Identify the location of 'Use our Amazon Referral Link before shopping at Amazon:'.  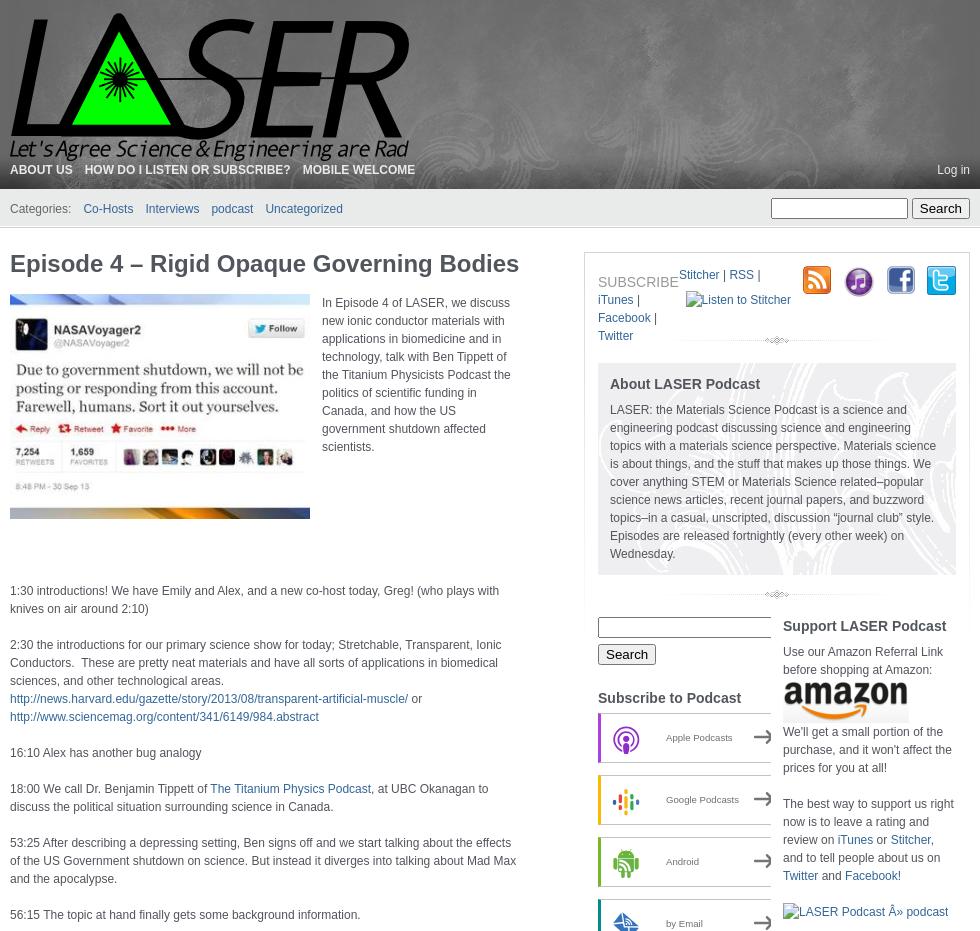
(862, 661).